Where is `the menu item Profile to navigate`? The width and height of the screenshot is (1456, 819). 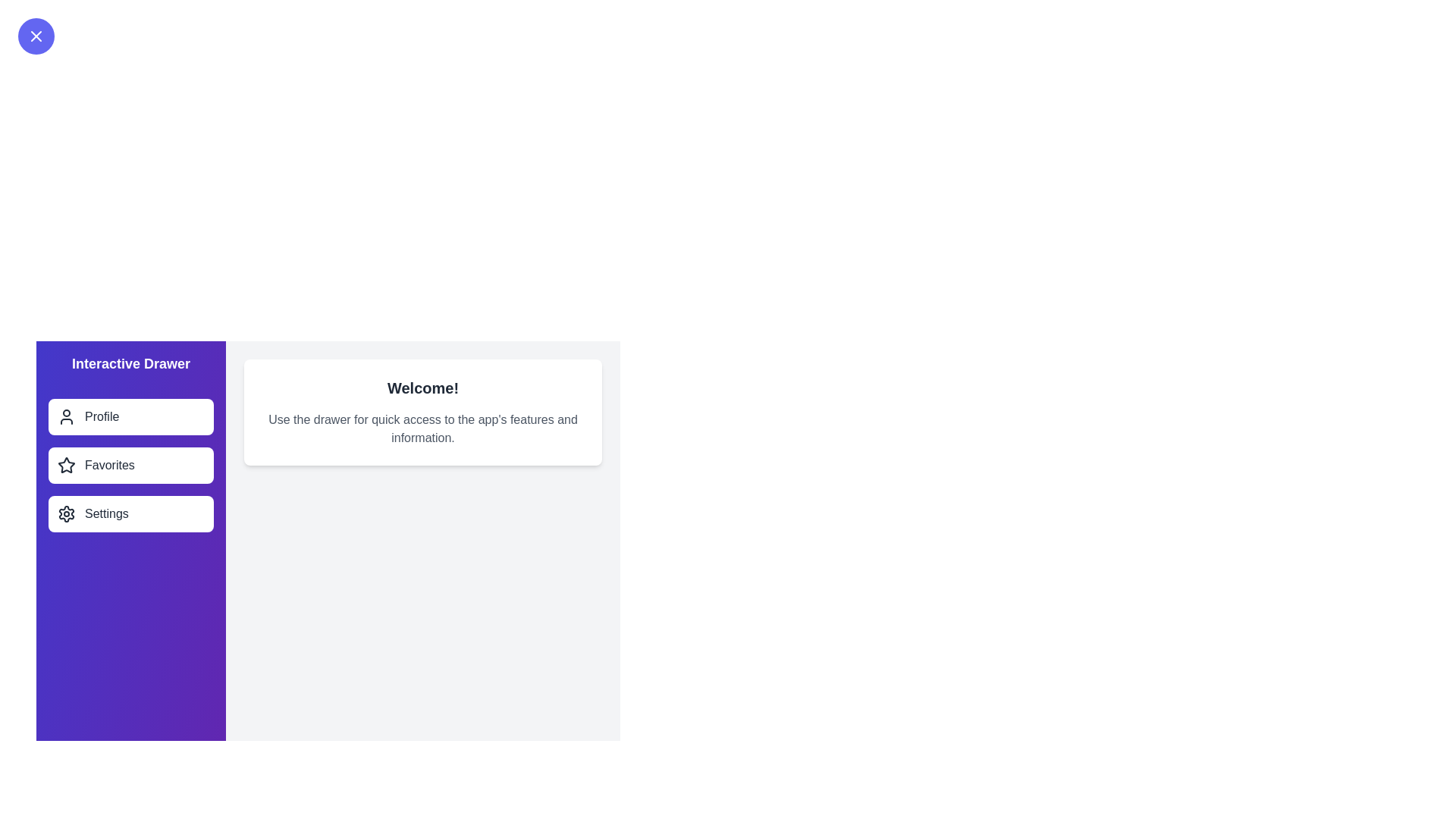
the menu item Profile to navigate is located at coordinates (130, 417).